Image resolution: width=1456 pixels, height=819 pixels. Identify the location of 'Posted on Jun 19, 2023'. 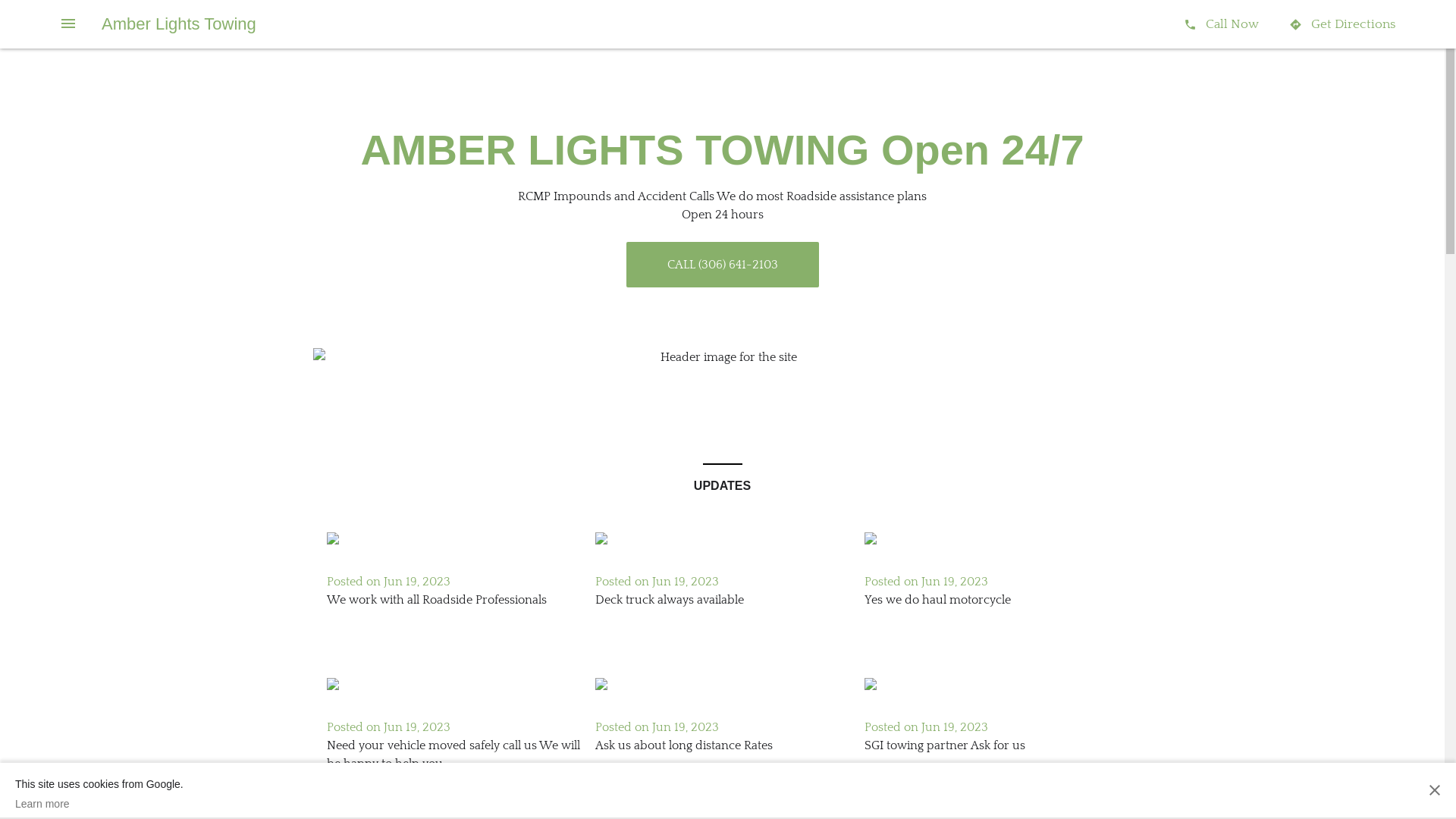
(925, 726).